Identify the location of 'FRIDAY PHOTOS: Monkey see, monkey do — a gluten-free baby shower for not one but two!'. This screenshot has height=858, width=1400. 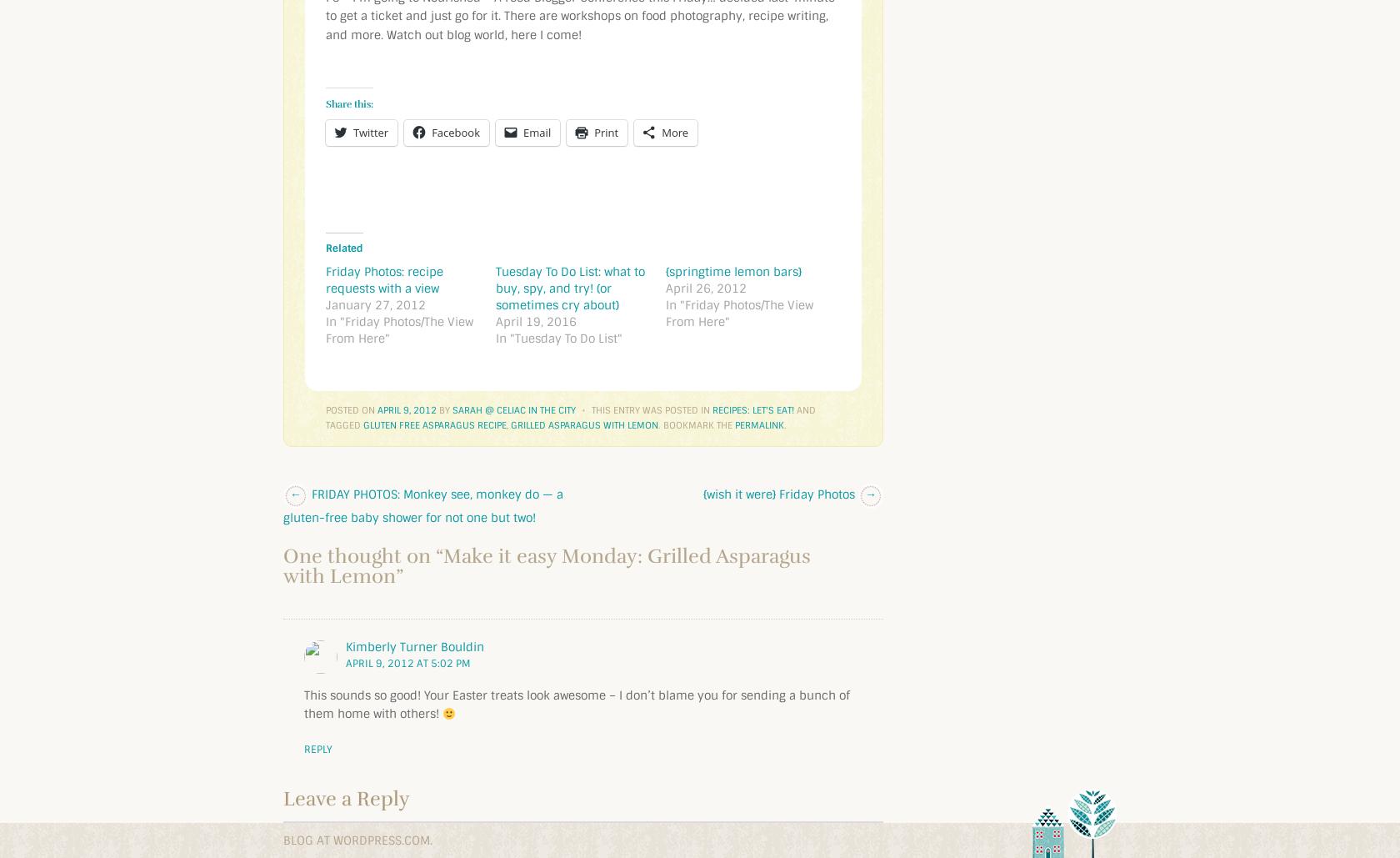
(422, 506).